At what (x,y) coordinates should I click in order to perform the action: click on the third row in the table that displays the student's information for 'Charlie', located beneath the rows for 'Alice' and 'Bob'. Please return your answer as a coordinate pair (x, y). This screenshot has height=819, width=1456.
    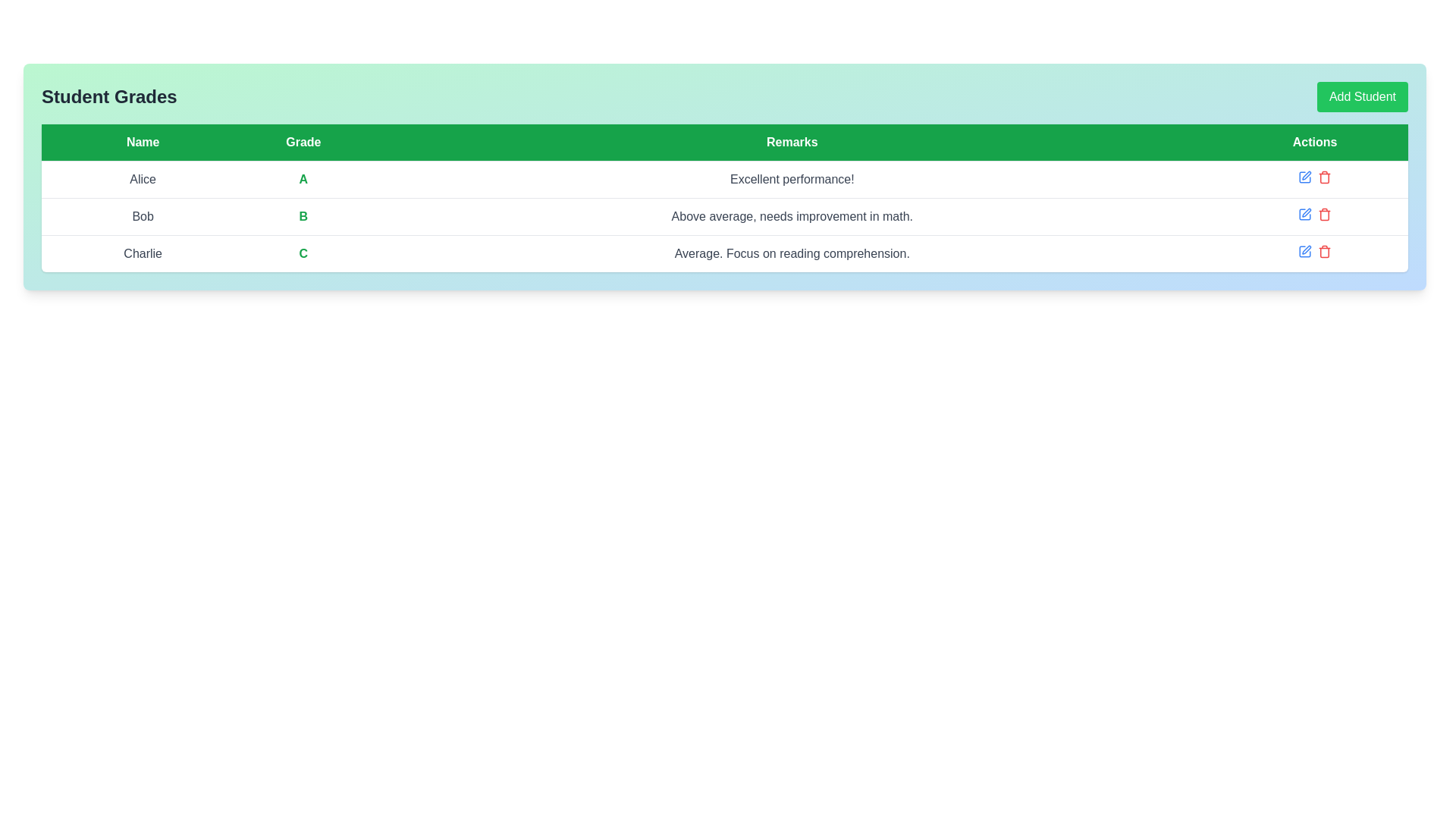
    Looking at the image, I should click on (723, 253).